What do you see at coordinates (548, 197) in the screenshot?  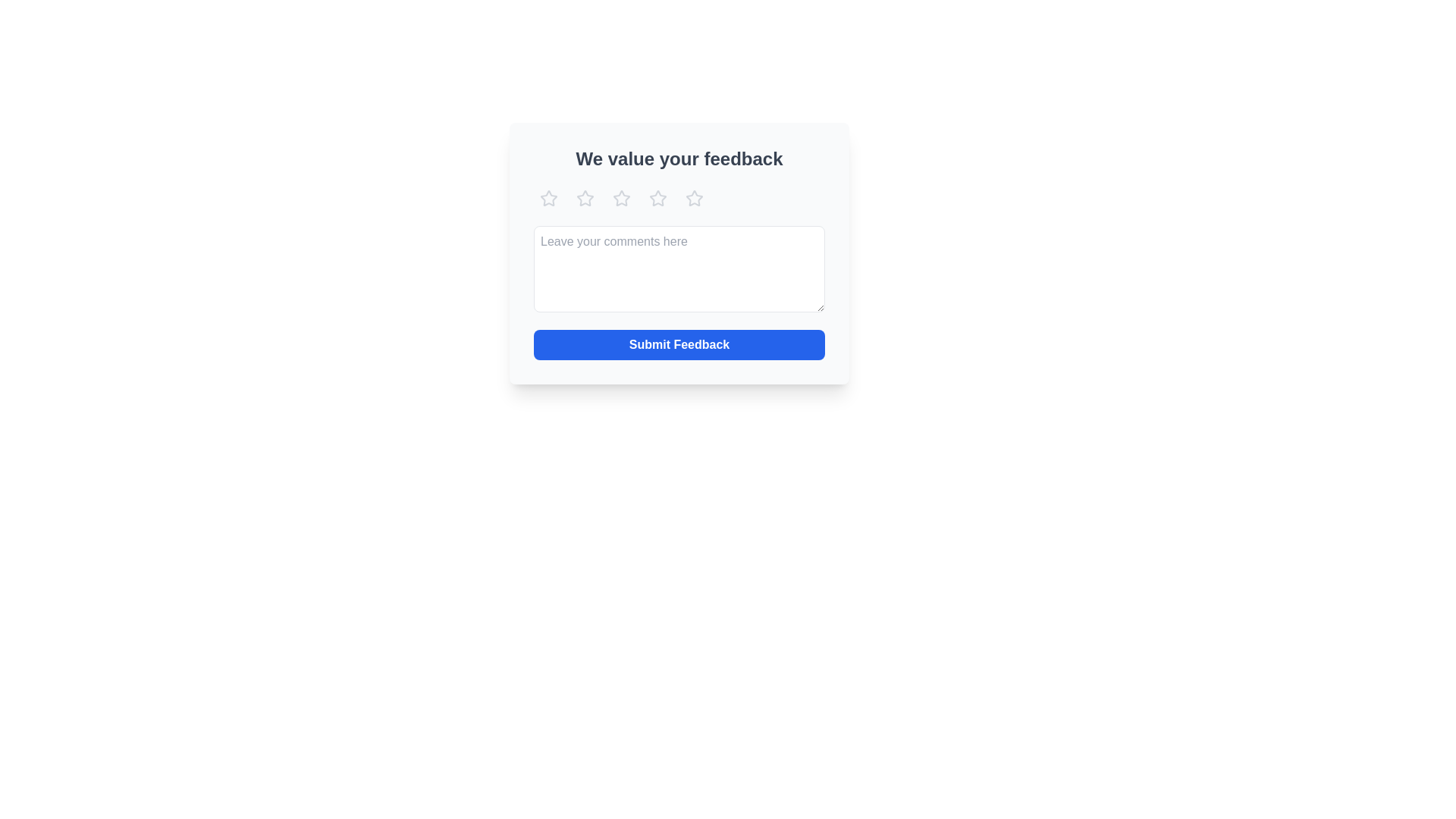 I see `the first rating star icon in the rating input system` at bounding box center [548, 197].